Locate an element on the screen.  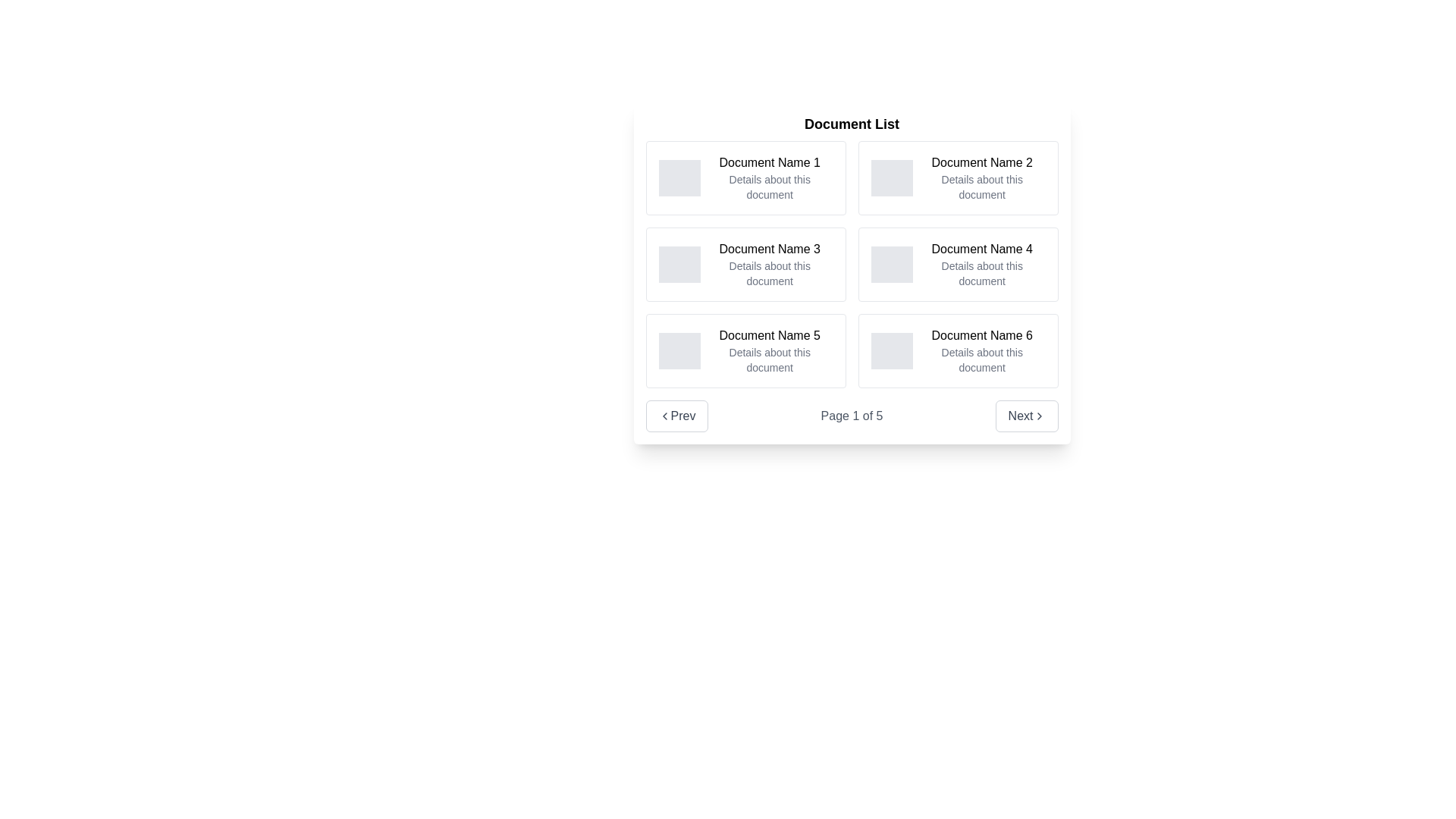
the compound text display element in the second row and first column is located at coordinates (770, 263).